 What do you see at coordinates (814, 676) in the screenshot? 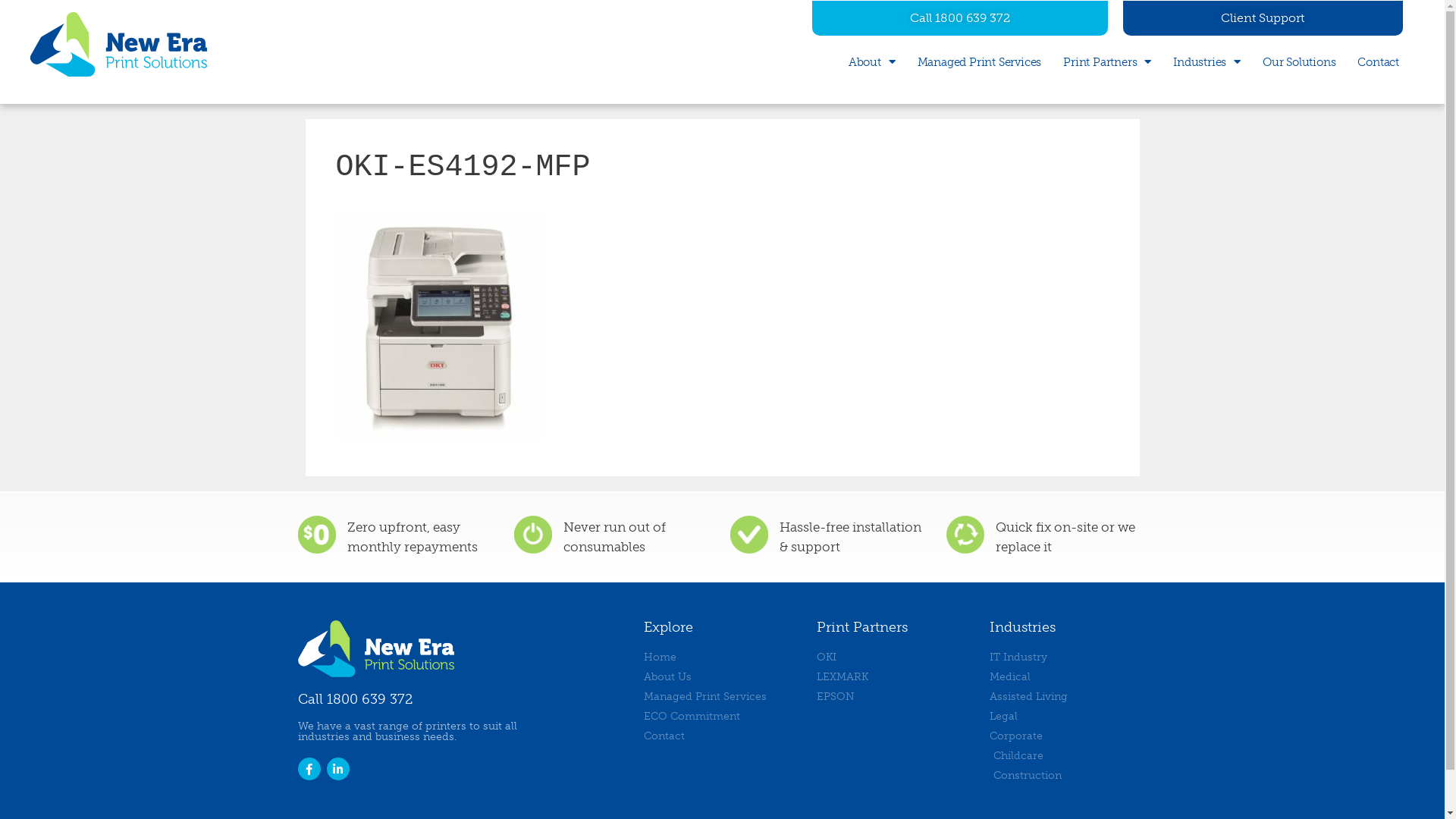
I see `'LEXMARK'` at bounding box center [814, 676].